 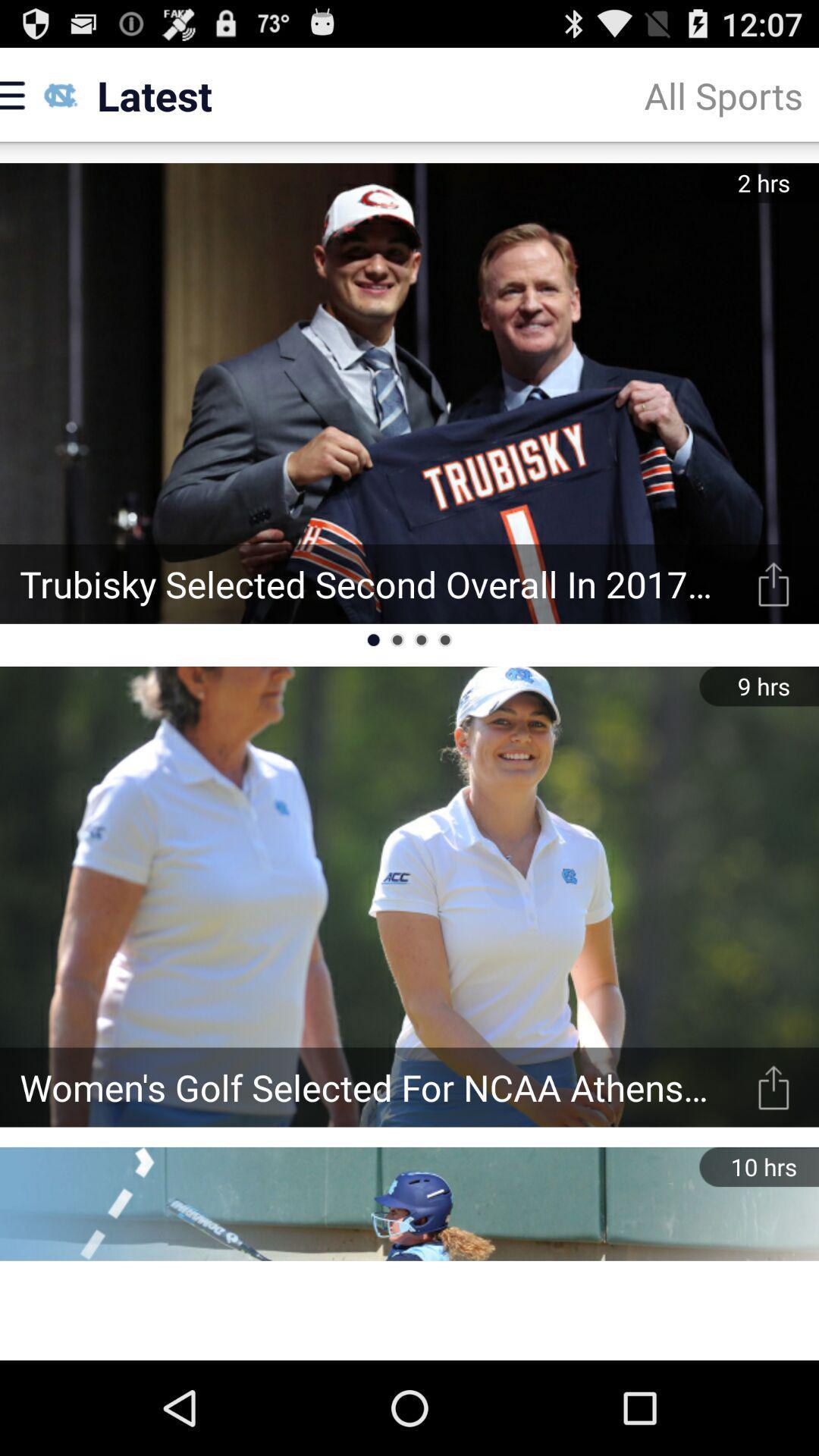 What do you see at coordinates (773, 1087) in the screenshot?
I see `upload` at bounding box center [773, 1087].